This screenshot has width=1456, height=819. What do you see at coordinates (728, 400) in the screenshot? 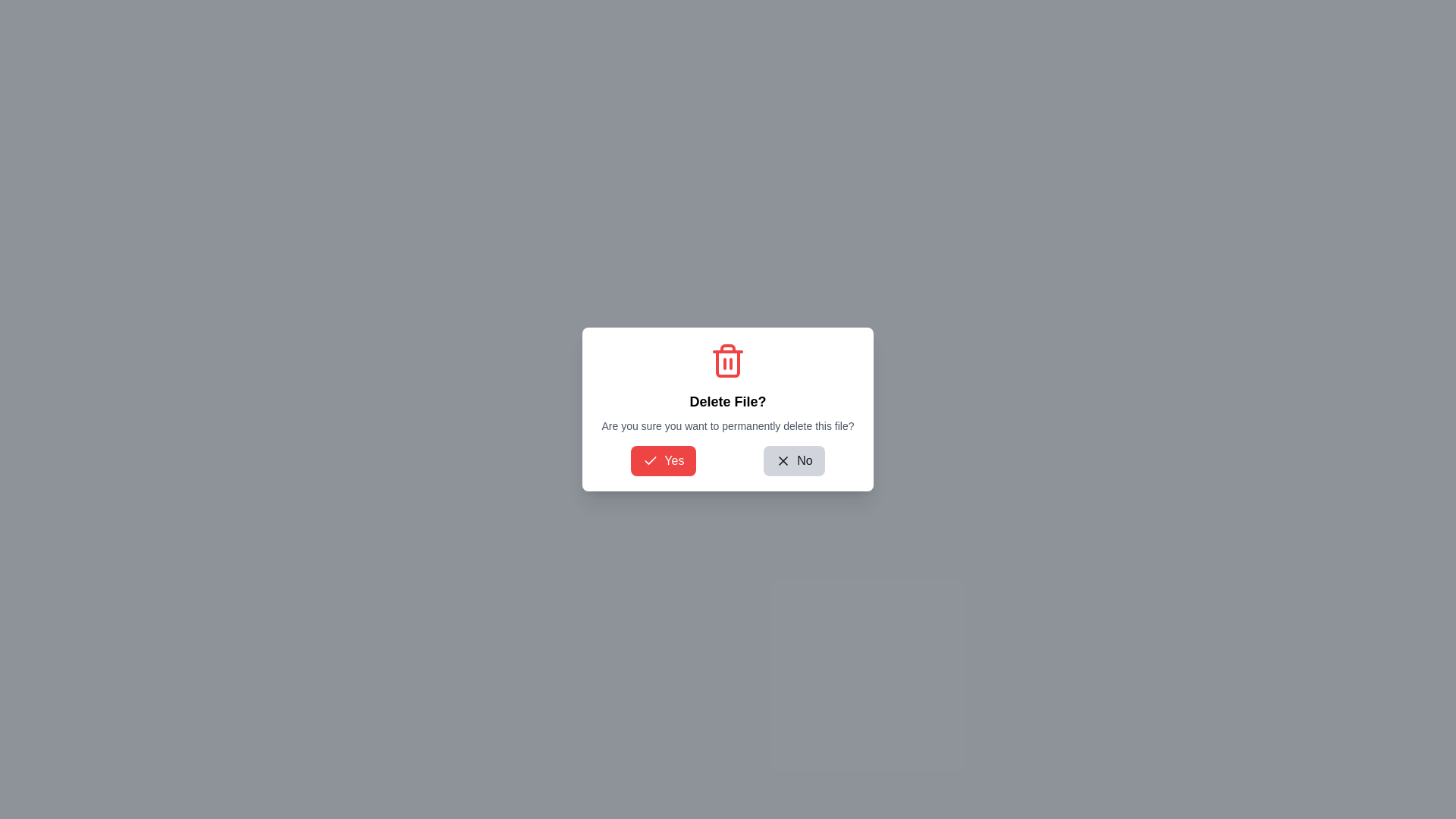
I see `text content of the Text Label indicating the confirmation of file deletion, which is positioned below the trash can icon and above the prompt about permanently deleting the file` at bounding box center [728, 400].